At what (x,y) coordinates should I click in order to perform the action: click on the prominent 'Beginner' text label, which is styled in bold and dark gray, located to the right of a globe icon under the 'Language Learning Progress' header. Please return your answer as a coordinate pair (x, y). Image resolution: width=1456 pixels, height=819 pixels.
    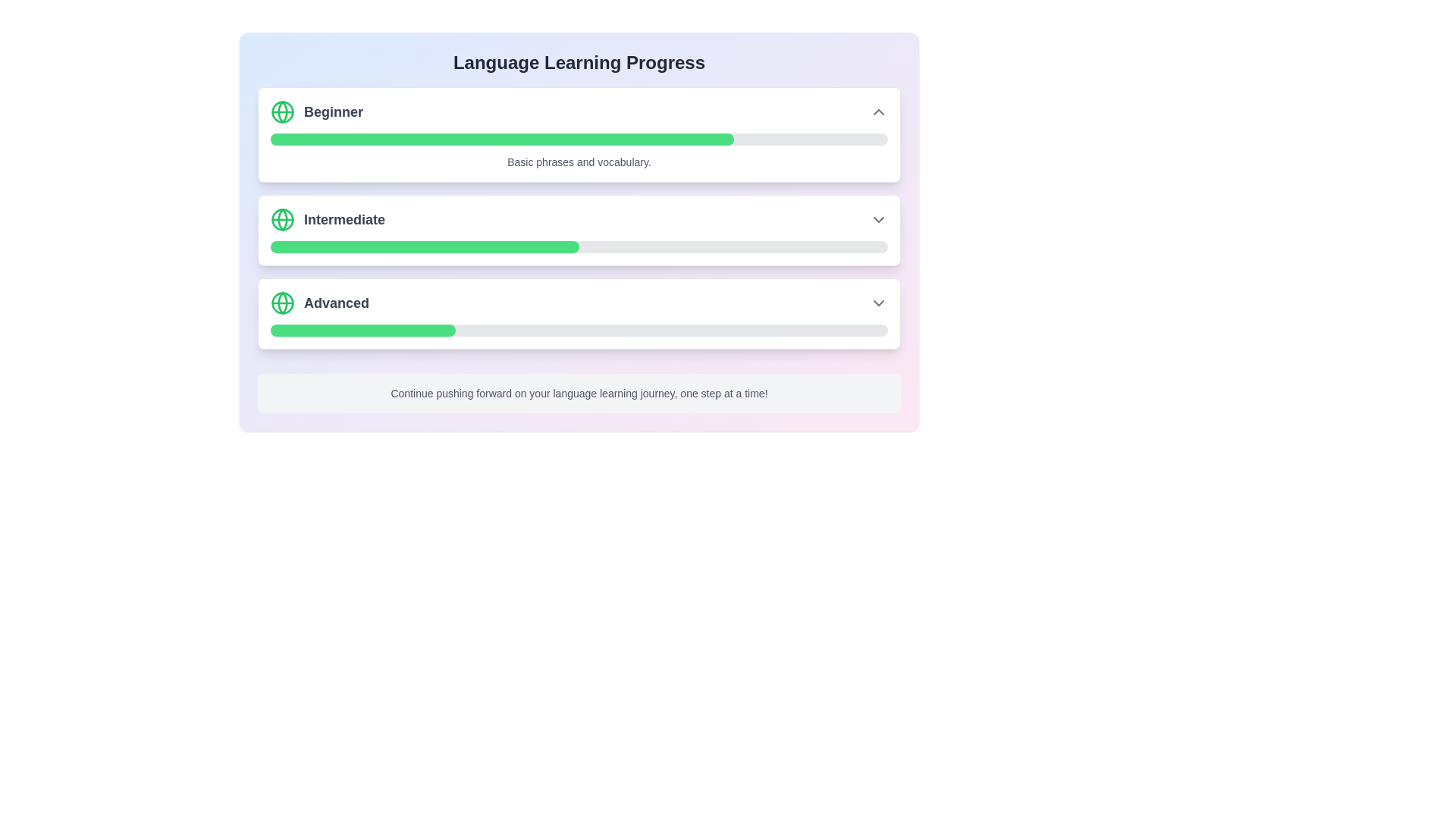
    Looking at the image, I should click on (333, 111).